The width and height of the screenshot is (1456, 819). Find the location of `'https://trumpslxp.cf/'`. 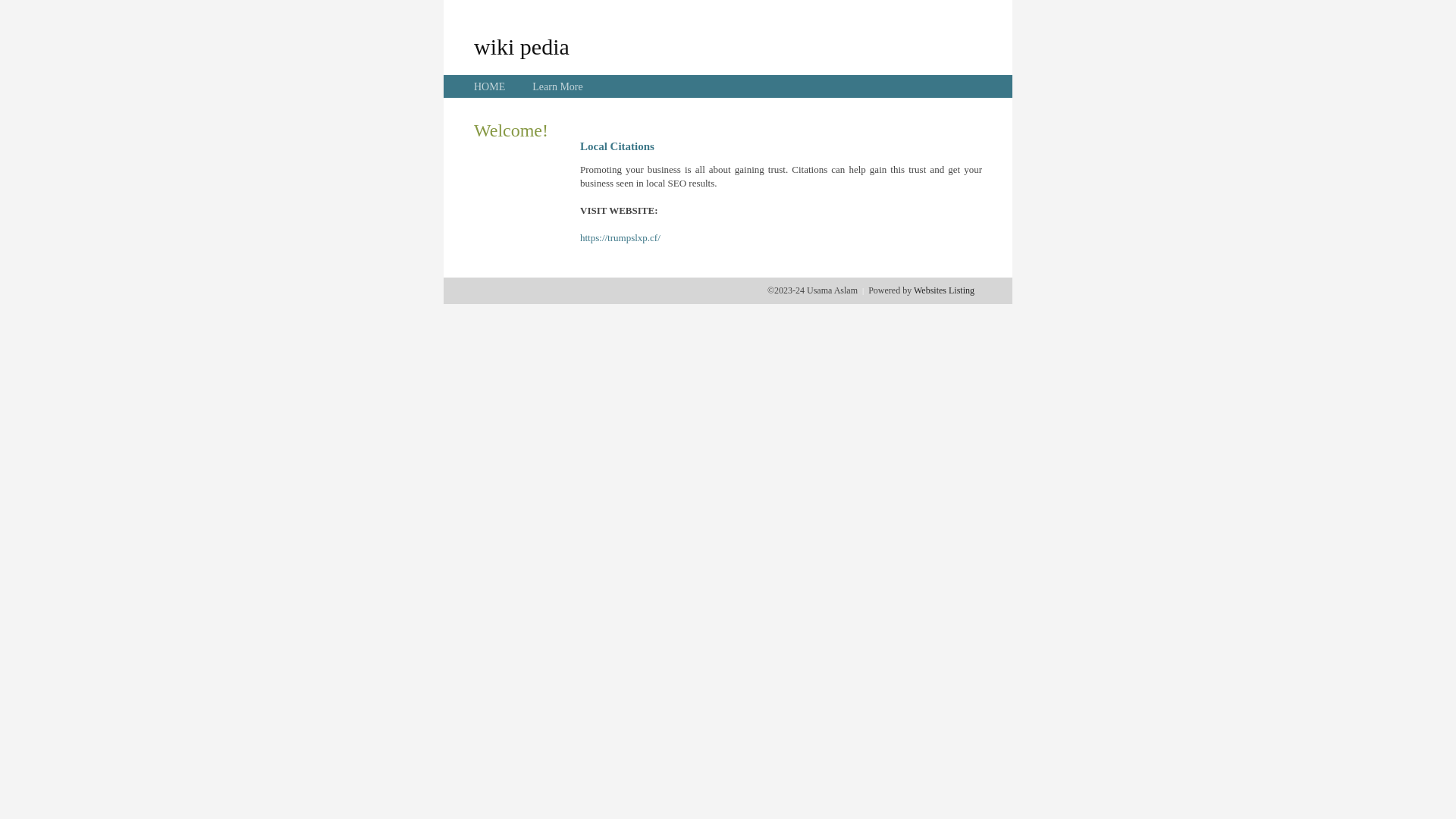

'https://trumpslxp.cf/' is located at coordinates (620, 237).